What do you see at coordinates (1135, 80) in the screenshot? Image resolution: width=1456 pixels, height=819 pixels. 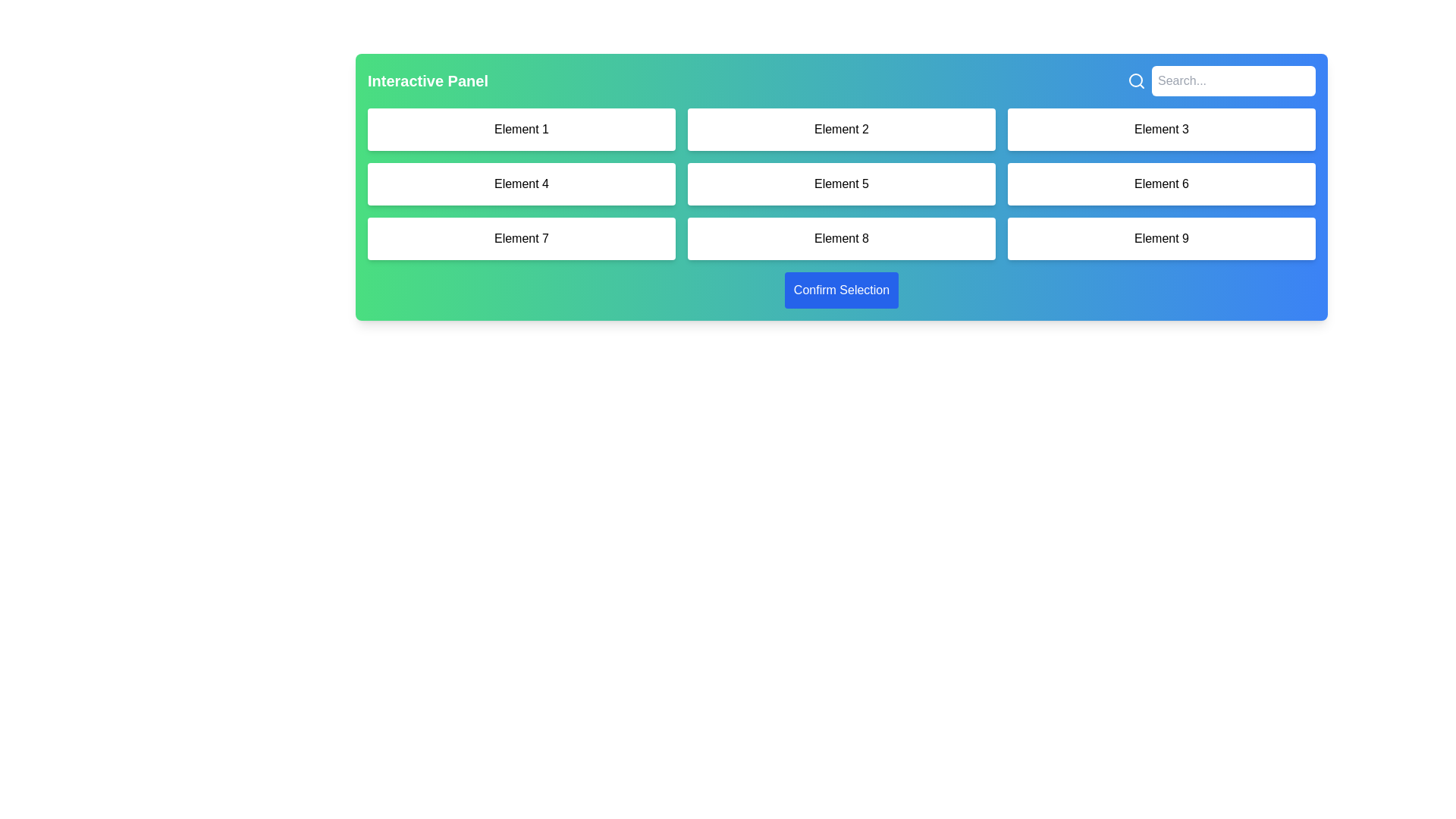 I see `the decorative role of the circular vector graphic icon that is part of the search icon, located near the top-right corner of the interface, just to the left of the search input field` at bounding box center [1135, 80].